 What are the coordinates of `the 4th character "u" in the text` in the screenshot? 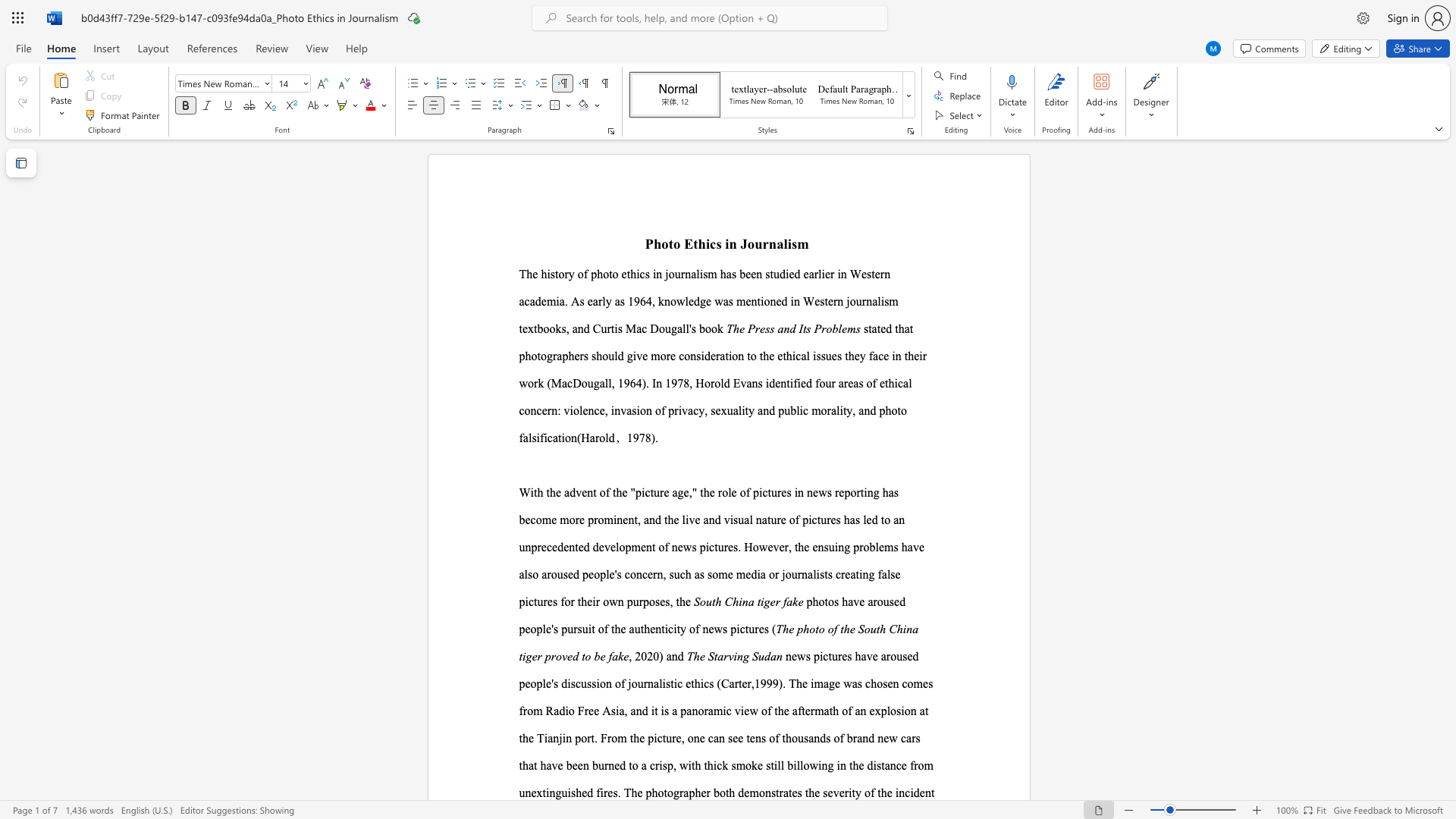 It's located at (603, 328).